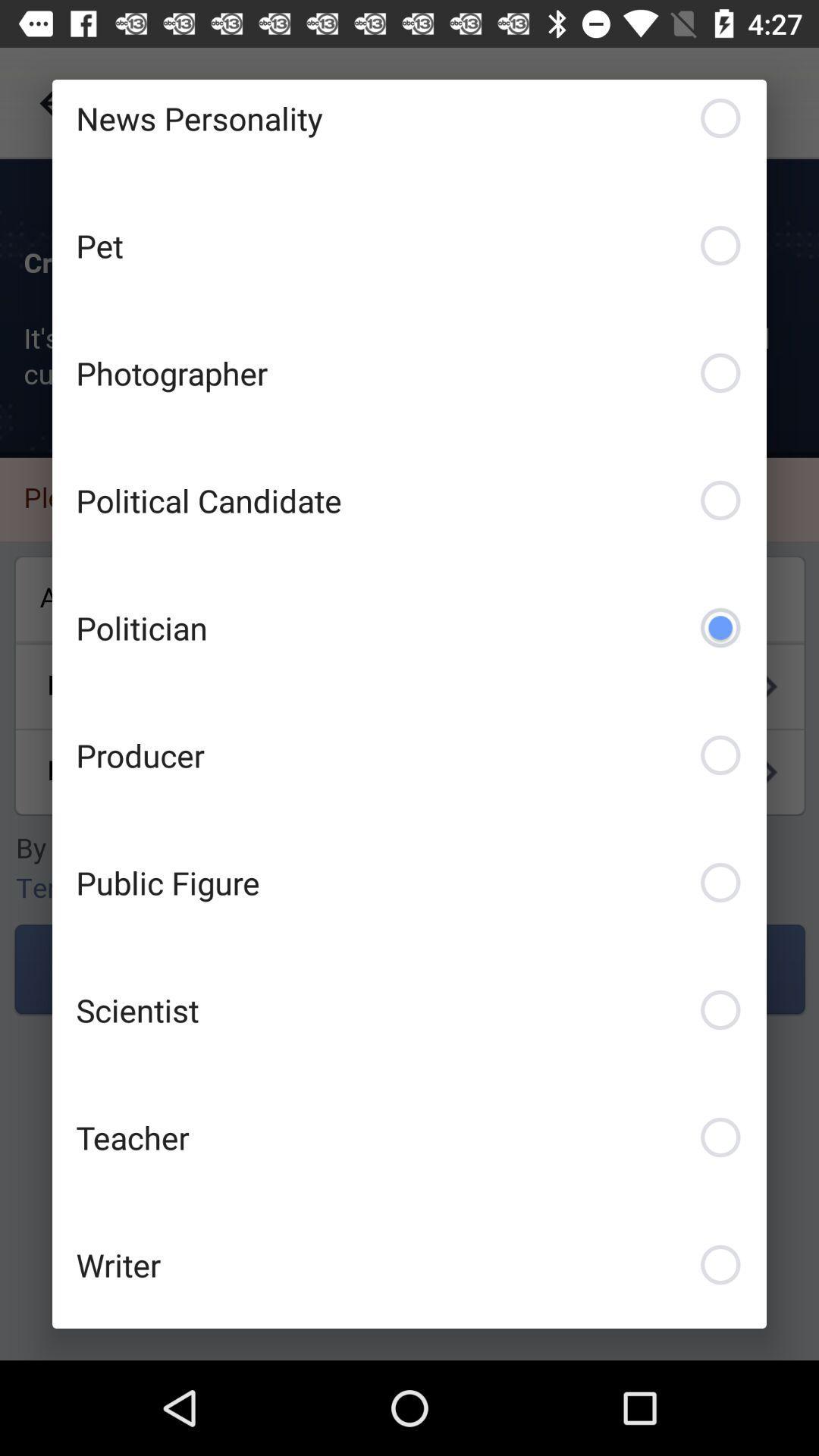  Describe the element at coordinates (409, 500) in the screenshot. I see `the icon above politician item` at that location.